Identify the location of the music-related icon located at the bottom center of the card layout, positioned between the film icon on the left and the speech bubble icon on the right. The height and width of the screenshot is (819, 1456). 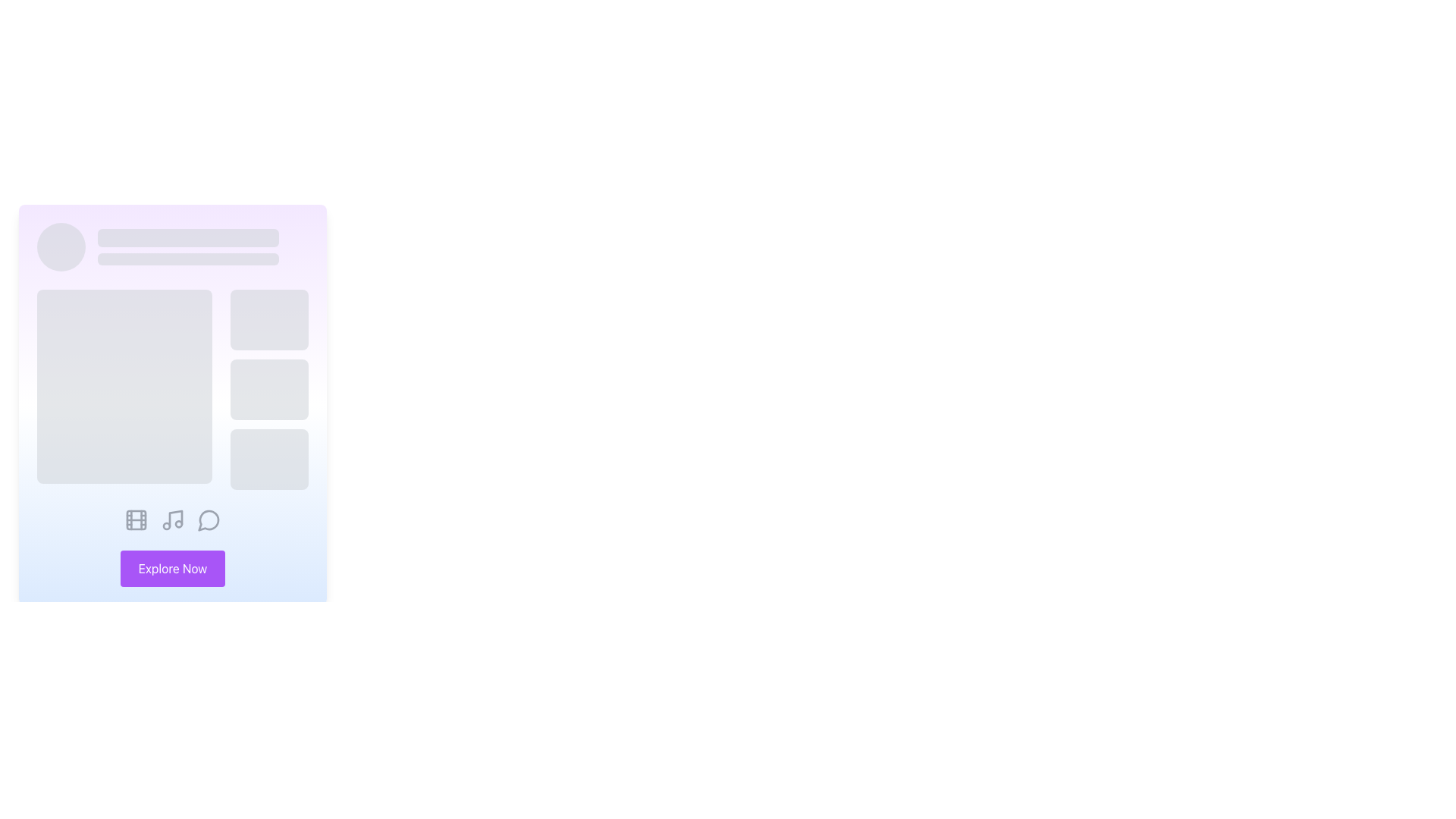
(172, 519).